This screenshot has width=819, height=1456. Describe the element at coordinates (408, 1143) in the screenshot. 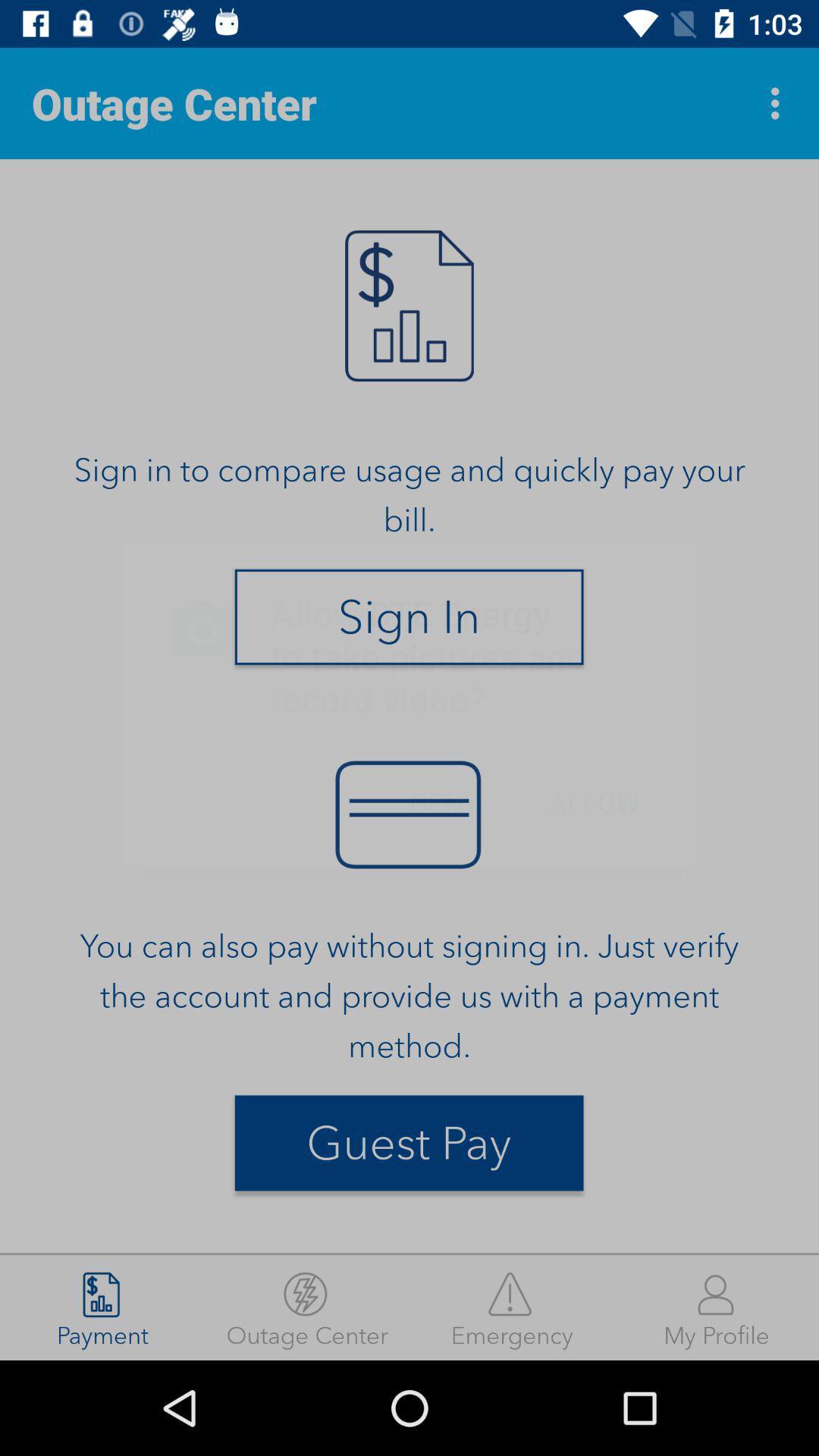

I see `the item below the you can also item` at that location.